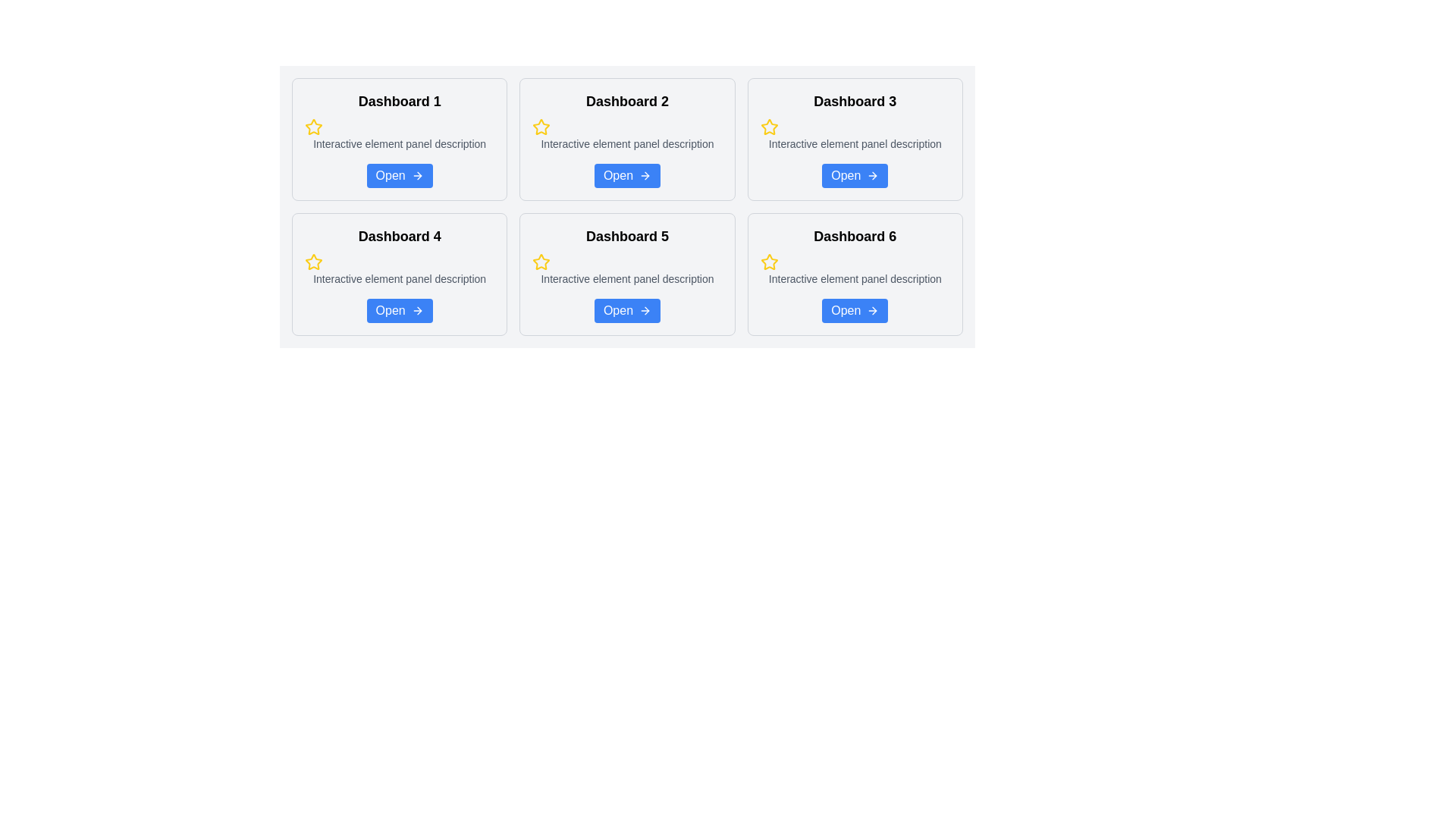 This screenshot has width=1456, height=819. Describe the element at coordinates (627, 237) in the screenshot. I see `the text component displaying 'Dashboard 5', which is centered horizontally and located near the top in the second row, second column of the grid layout` at that location.